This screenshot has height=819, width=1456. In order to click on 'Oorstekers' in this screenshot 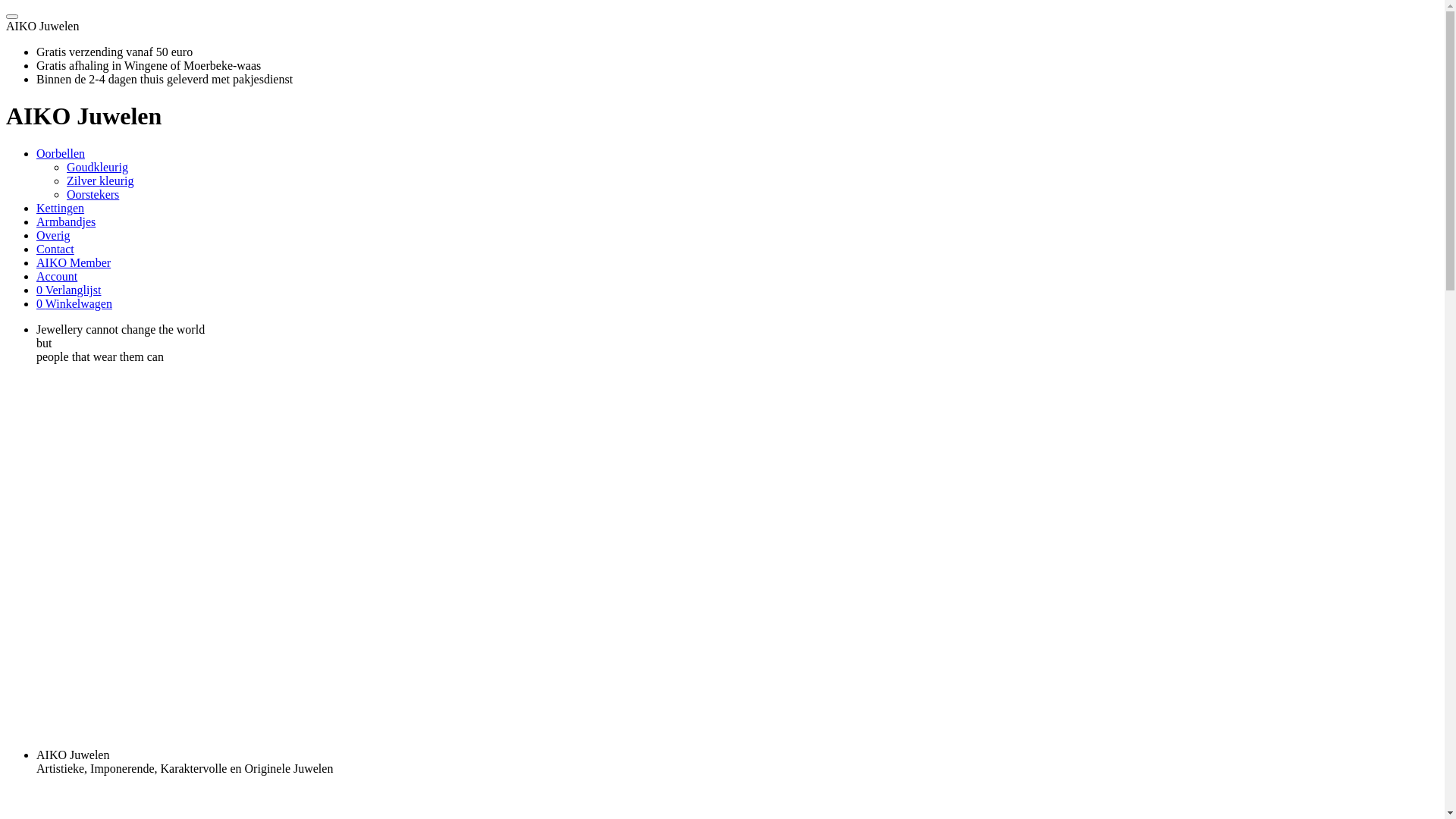, I will do `click(92, 193)`.